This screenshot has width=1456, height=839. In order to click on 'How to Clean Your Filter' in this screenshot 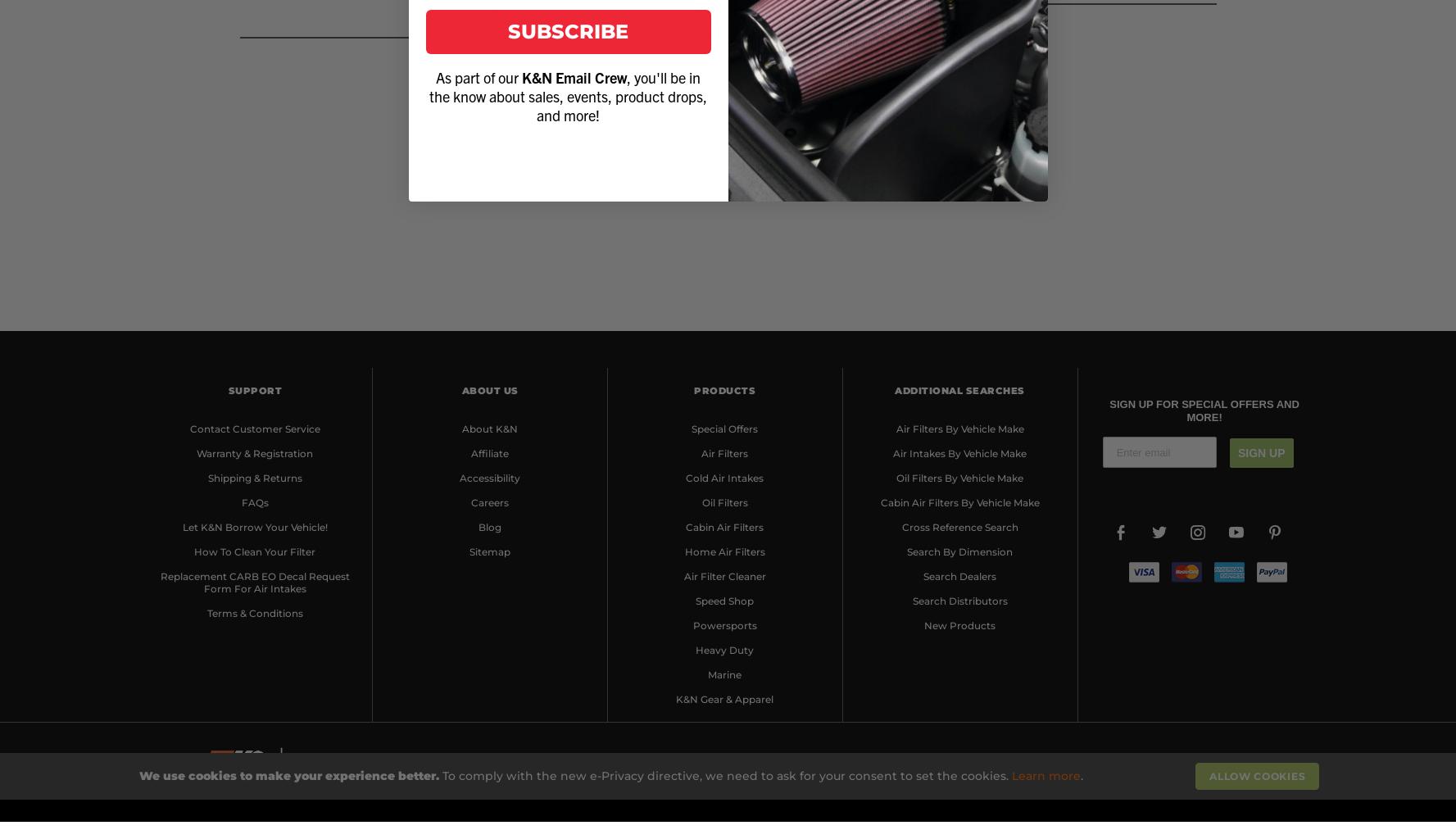, I will do `click(253, 551)`.